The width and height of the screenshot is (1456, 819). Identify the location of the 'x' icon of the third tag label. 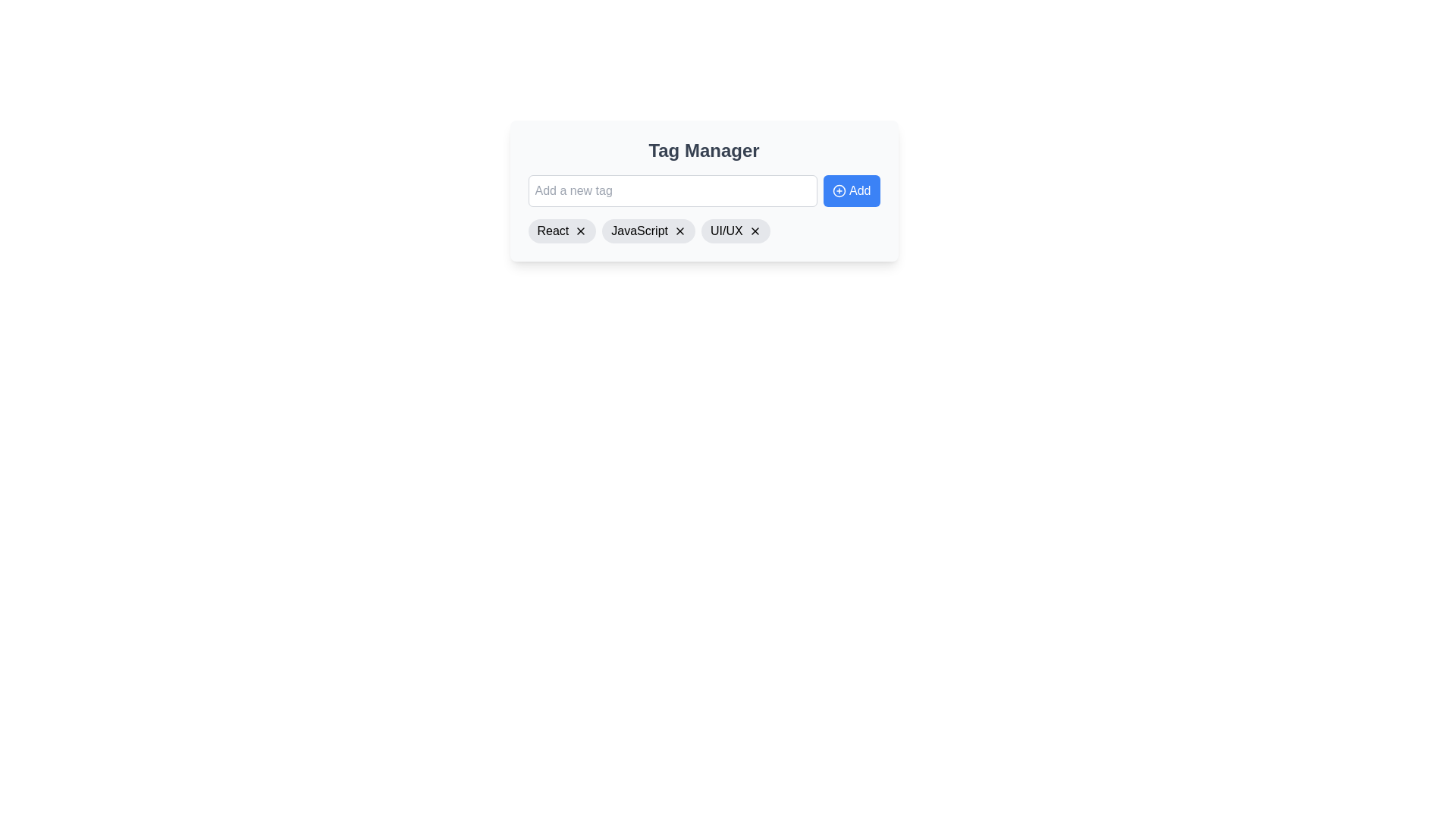
(736, 231).